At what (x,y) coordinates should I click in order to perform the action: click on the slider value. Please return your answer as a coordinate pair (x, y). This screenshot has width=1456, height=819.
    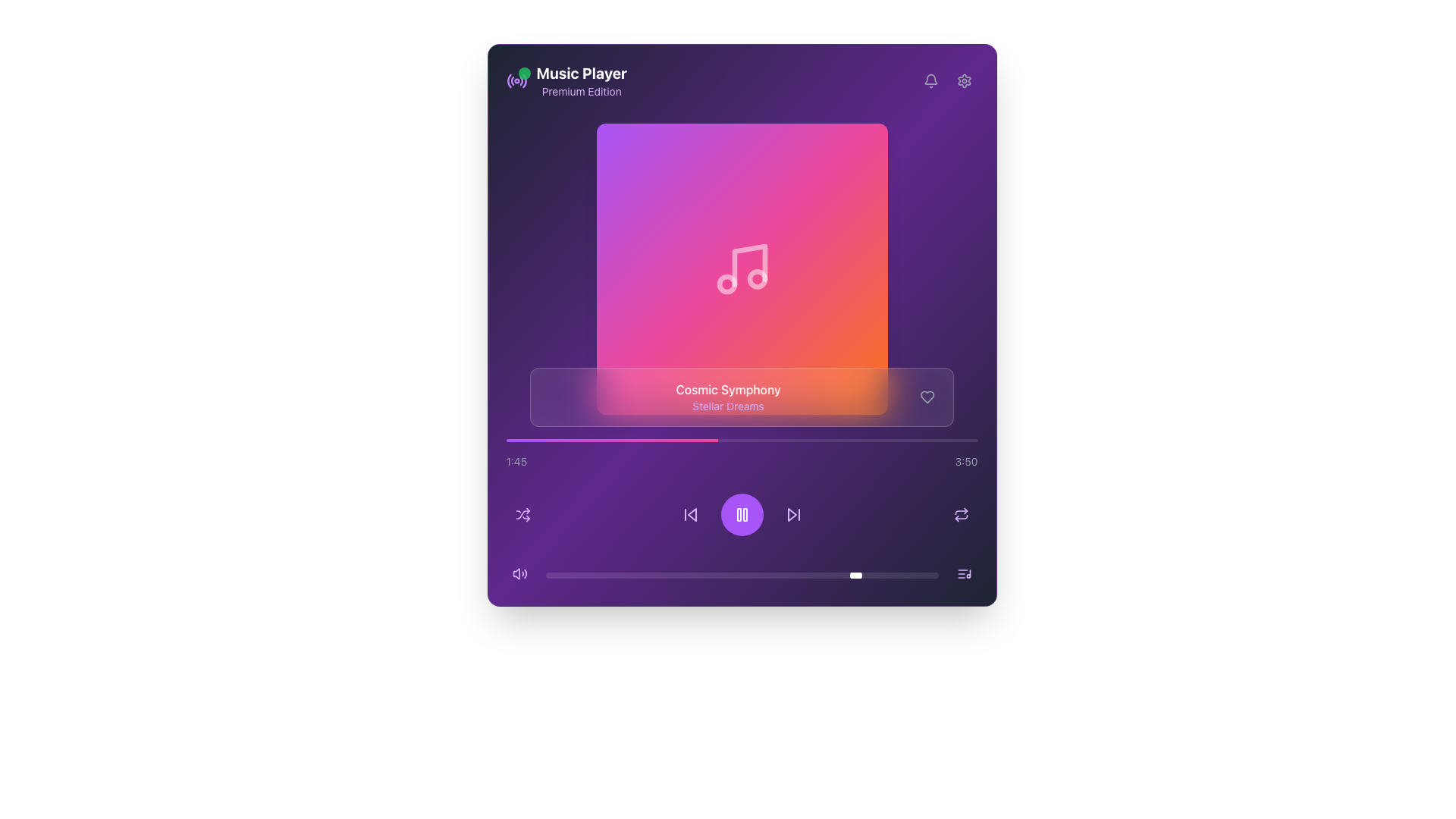
    Looking at the image, I should click on (899, 576).